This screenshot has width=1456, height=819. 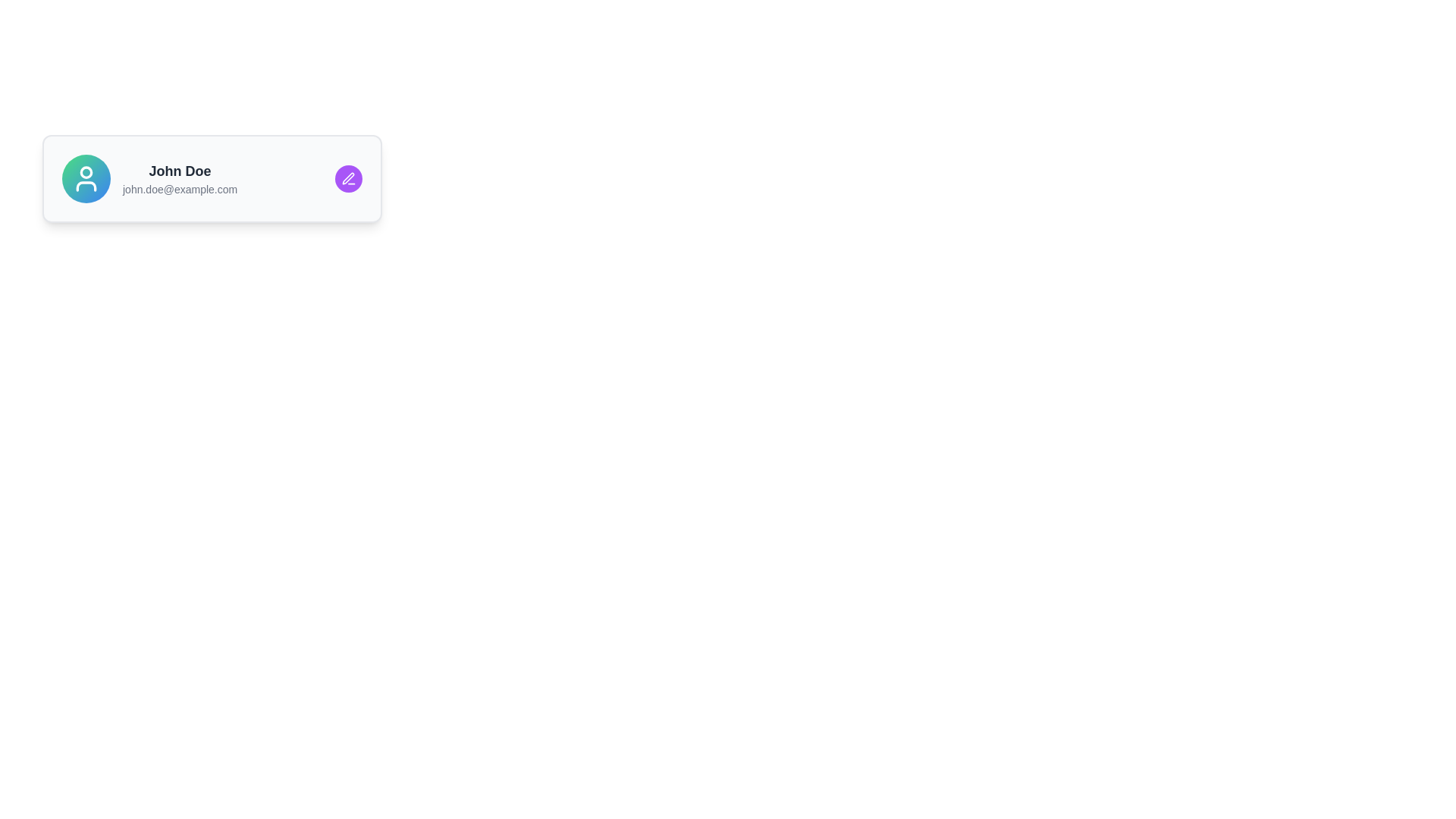 I want to click on the edit action icon within the round purple button located at the far right of the user information card, so click(x=348, y=177).